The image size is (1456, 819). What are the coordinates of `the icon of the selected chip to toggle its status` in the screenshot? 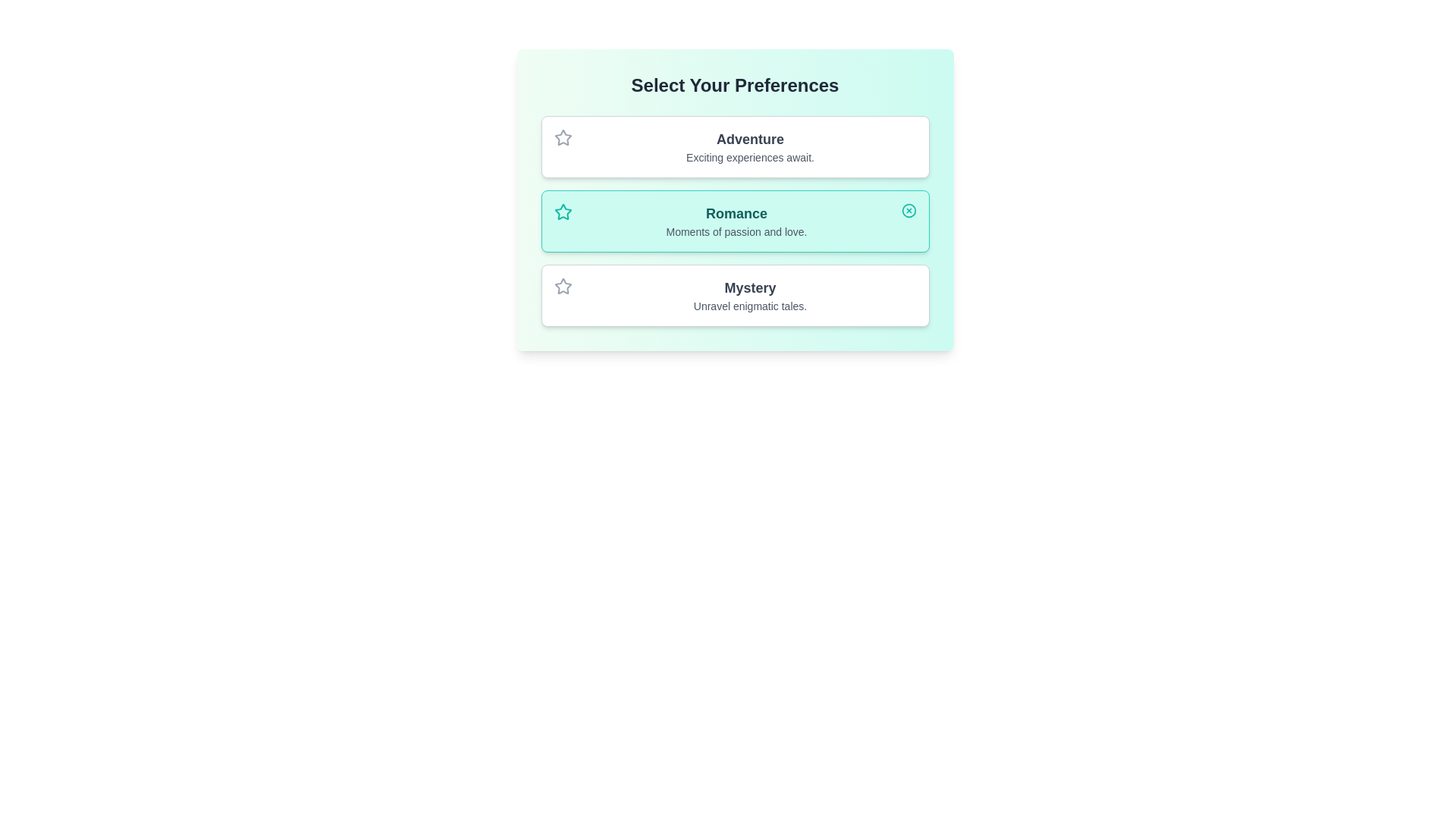 It's located at (908, 210).